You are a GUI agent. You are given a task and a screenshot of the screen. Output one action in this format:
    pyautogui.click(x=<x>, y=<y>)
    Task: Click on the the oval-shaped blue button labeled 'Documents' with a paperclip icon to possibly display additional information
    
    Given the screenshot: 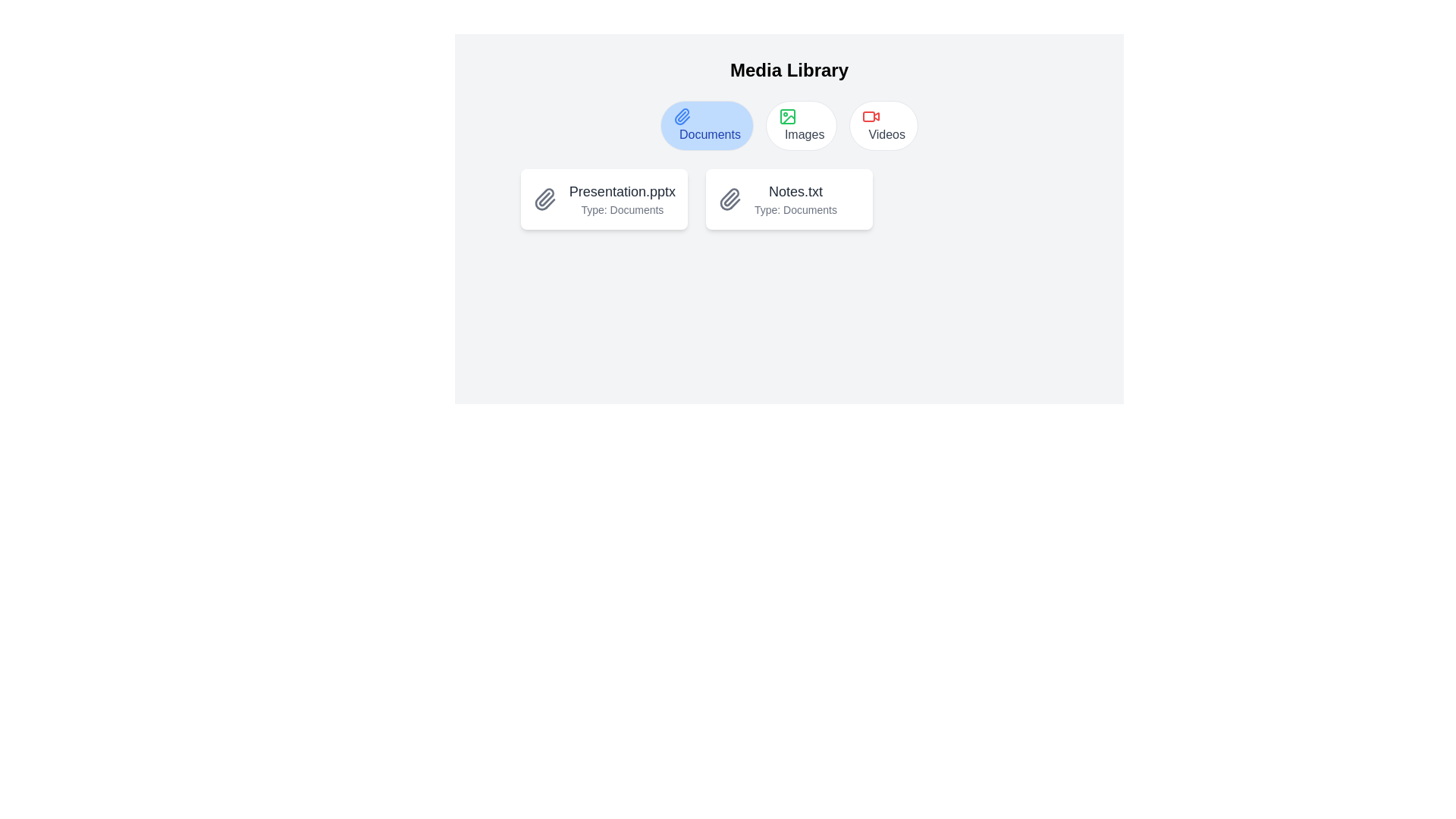 What is the action you would take?
    pyautogui.click(x=706, y=124)
    